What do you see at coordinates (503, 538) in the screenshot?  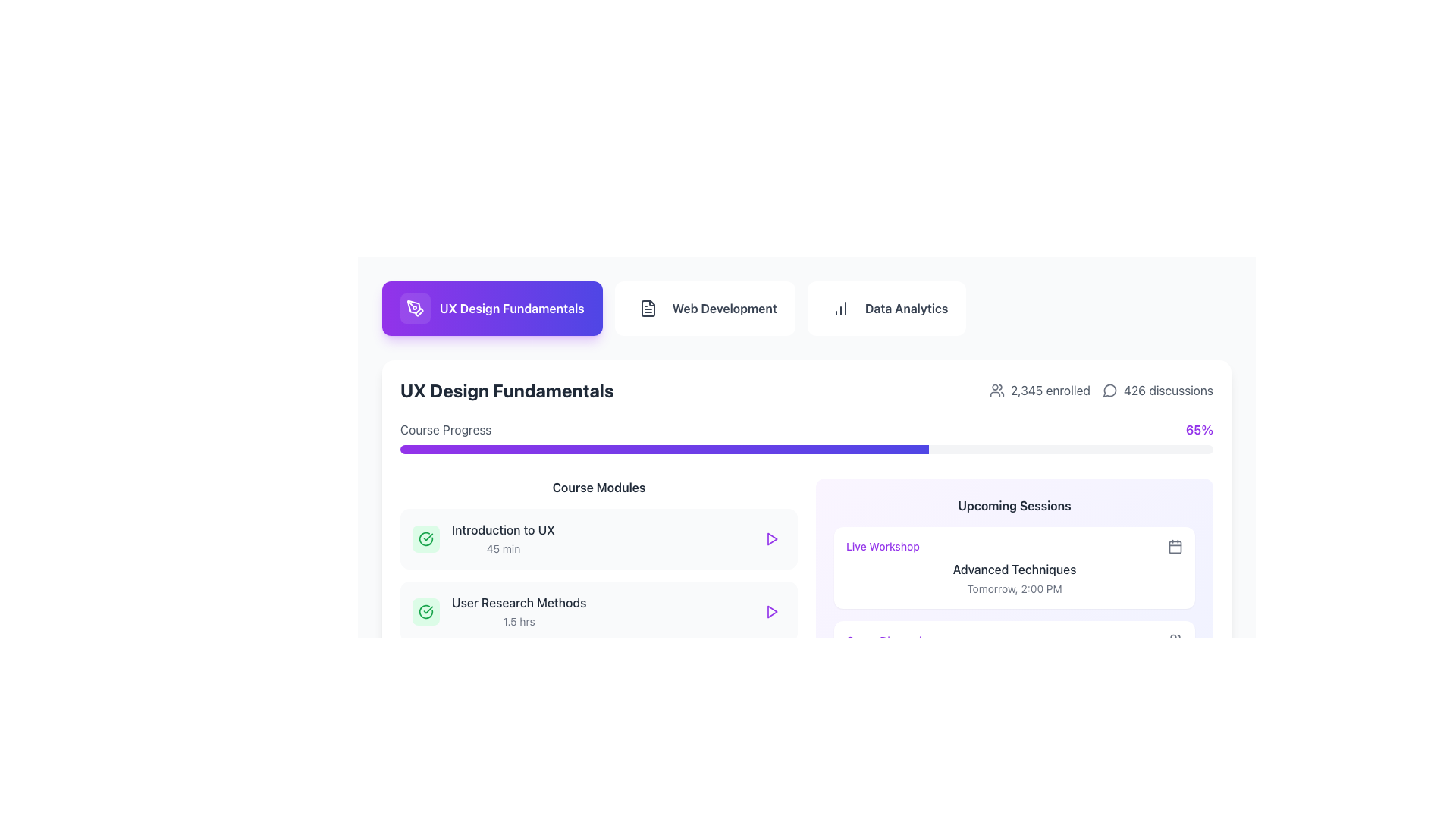 I see `the text label titled 'Introduction to UX' which includes the subtitle '45 min', located in the 'Course Modules' section` at bounding box center [503, 538].